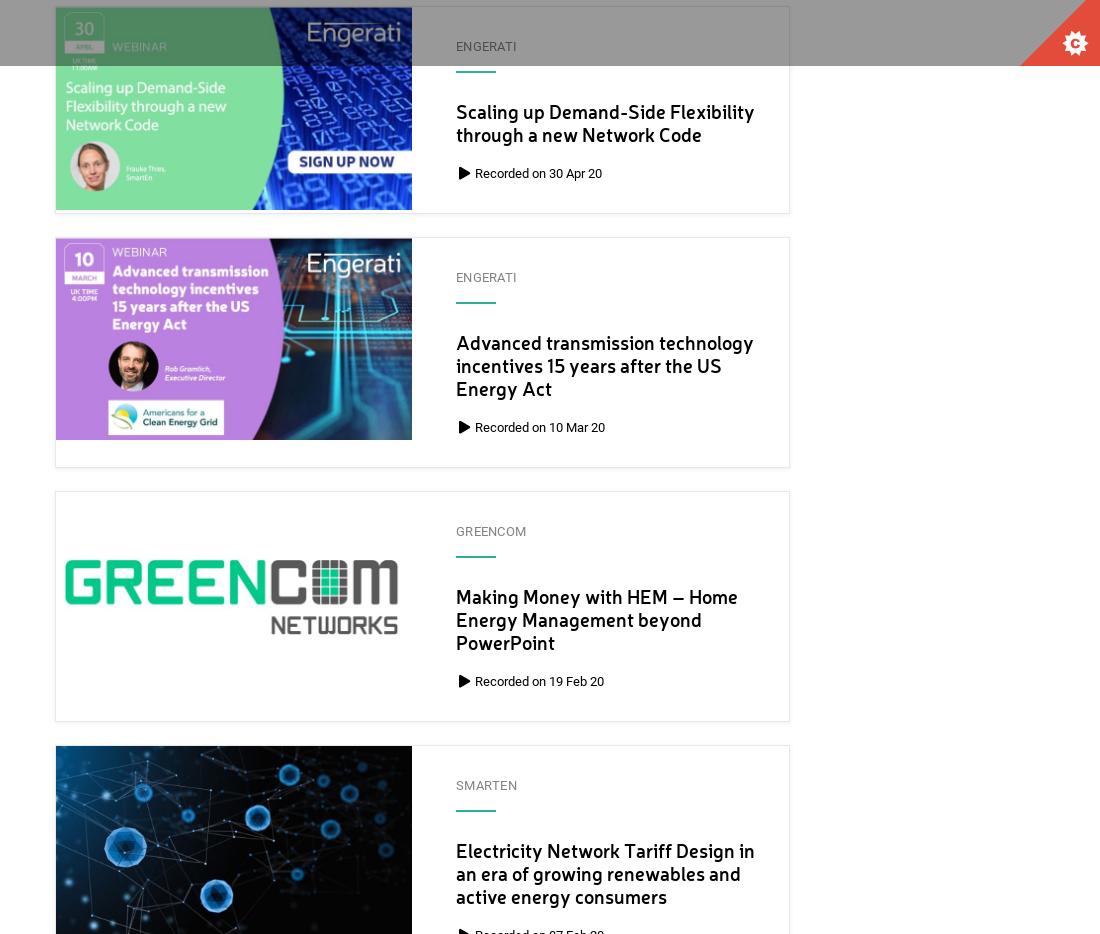 The image size is (1100, 934). Describe the element at coordinates (604, 367) in the screenshot. I see `'Advanced transmission technology incentives 15 years after the US Energy Act'` at that location.